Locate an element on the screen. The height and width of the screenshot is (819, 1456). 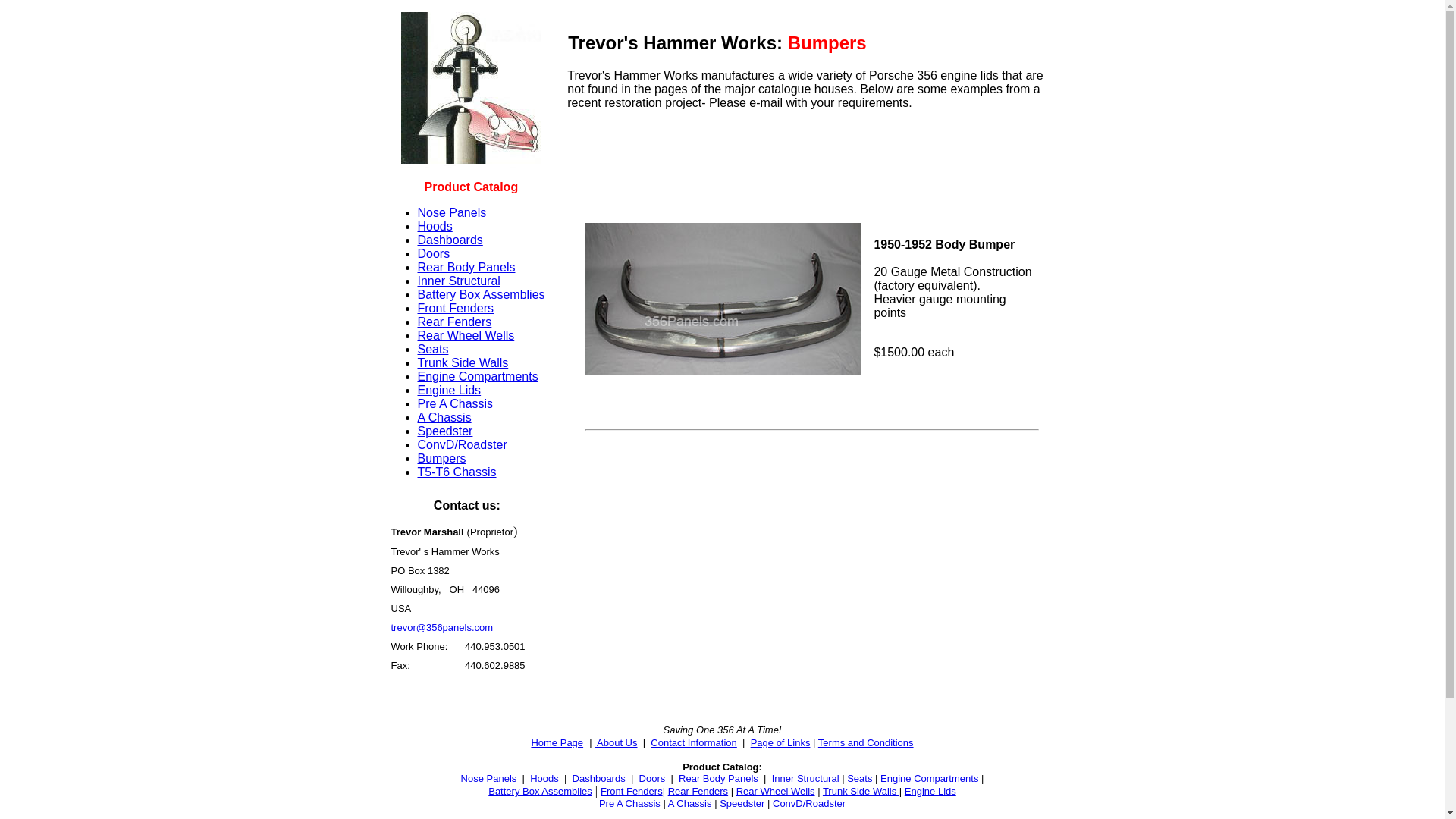
'Page of Links' is located at coordinates (780, 742).